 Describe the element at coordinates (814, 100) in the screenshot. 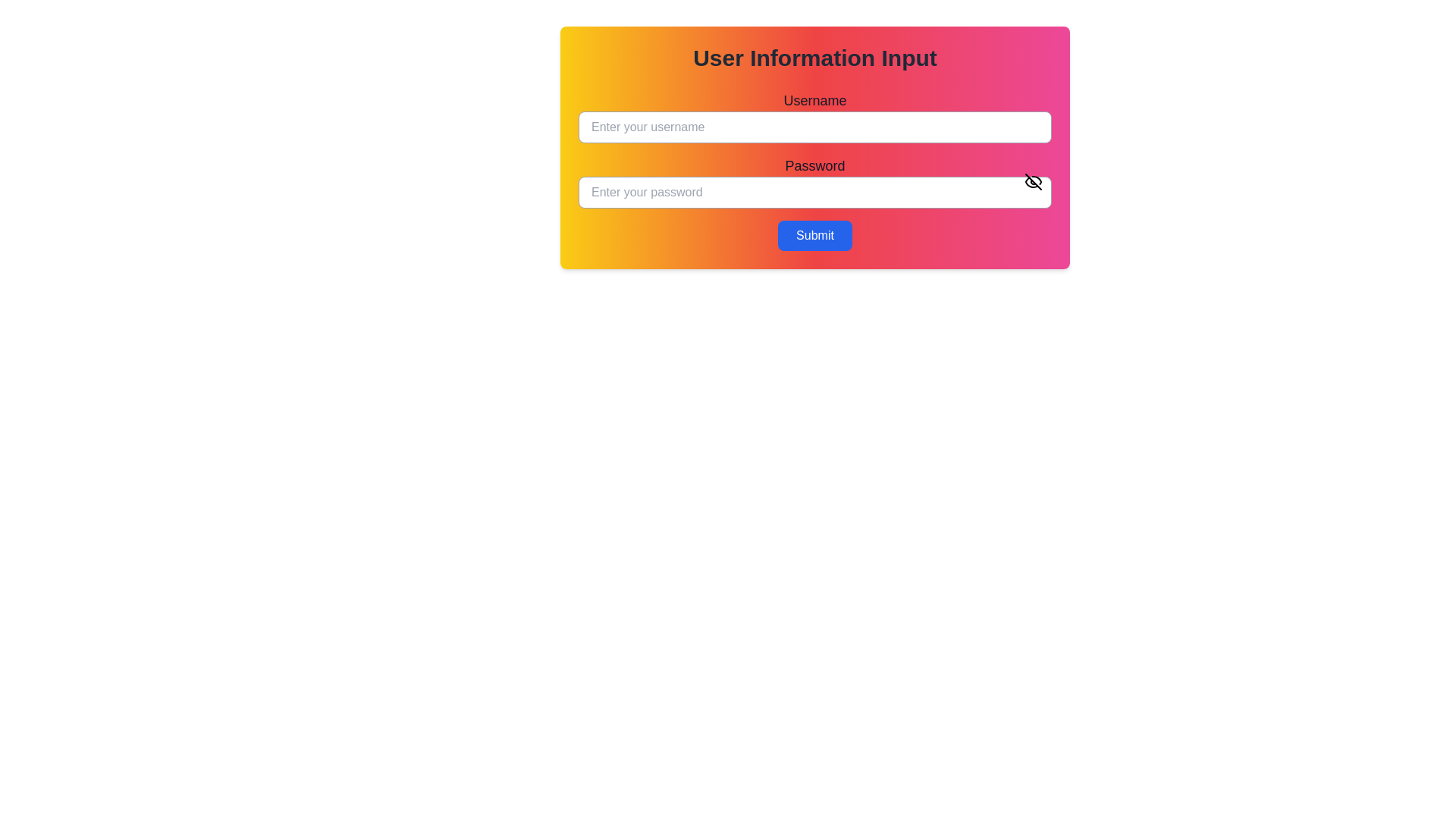

I see `the 'Username' text label element, which is displayed in bold, medium-sized dark gray font on a gradient background from orange to pink, positioned above the username input field` at that location.